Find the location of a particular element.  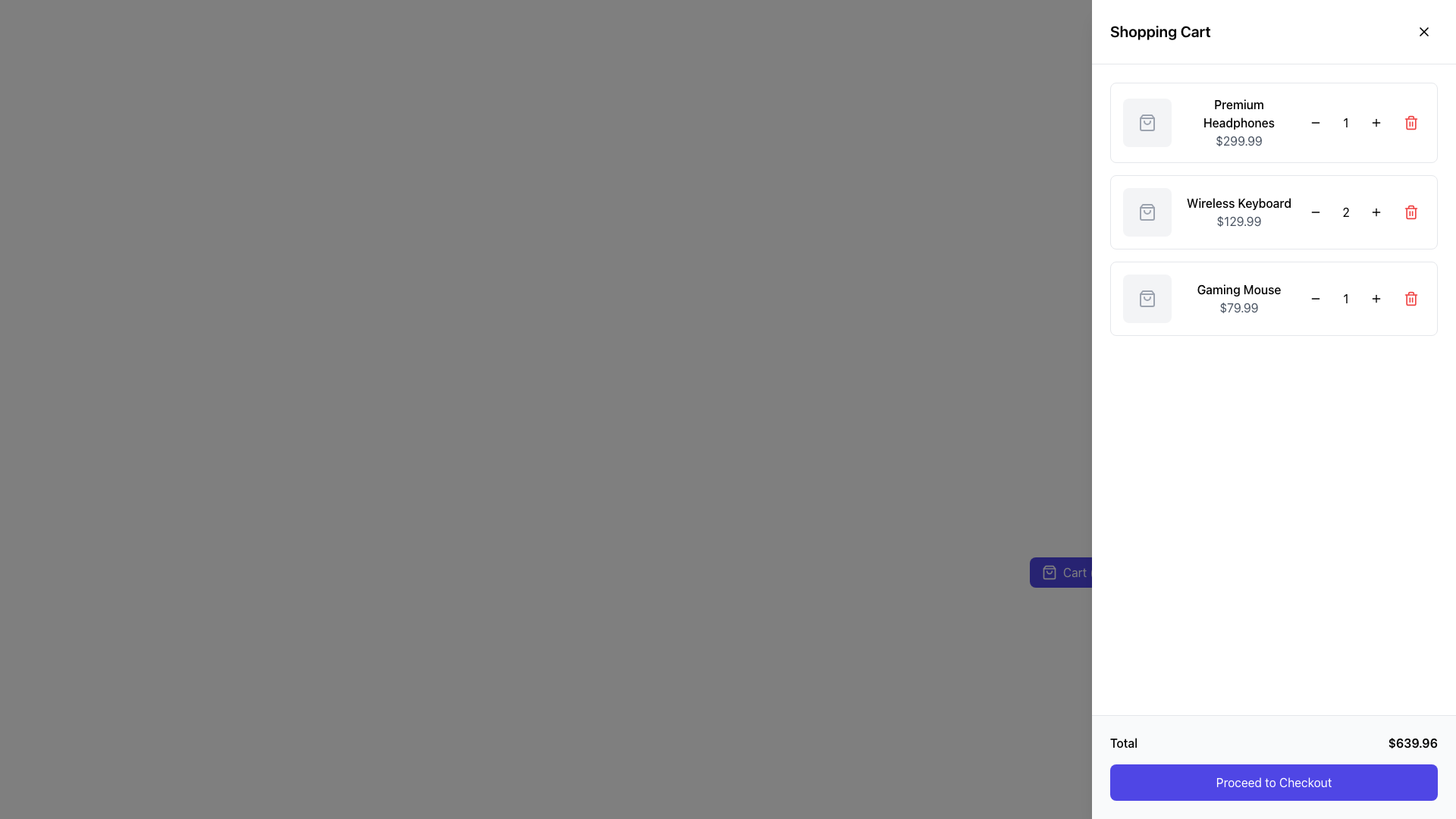

the button labeled 'Cart (3)' that contains the shopping cart icon located in the bottom right corner of the interface is located at coordinates (1048, 573).